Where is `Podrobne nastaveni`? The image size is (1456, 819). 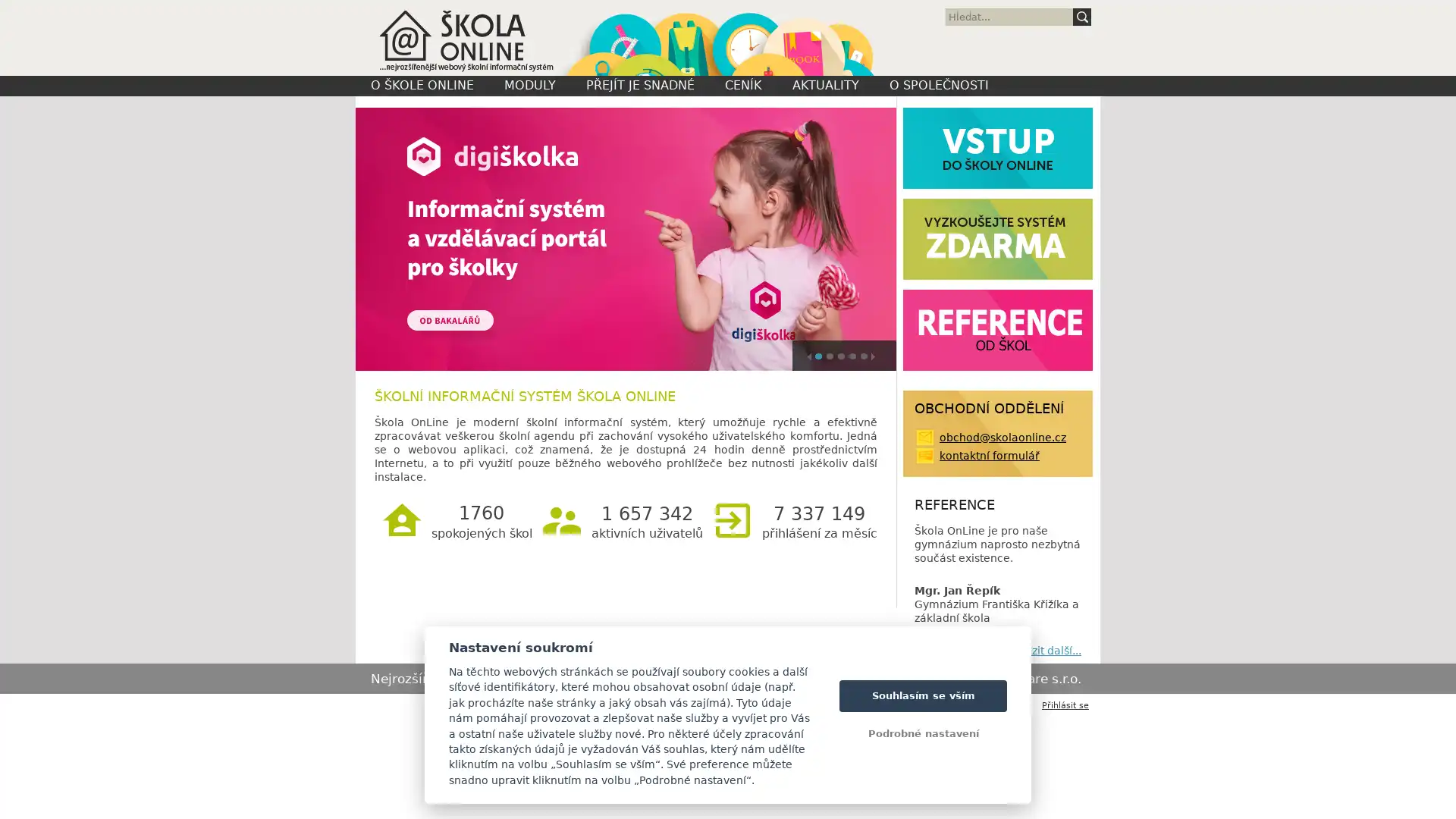
Podrobne nastaveni is located at coordinates (922, 733).